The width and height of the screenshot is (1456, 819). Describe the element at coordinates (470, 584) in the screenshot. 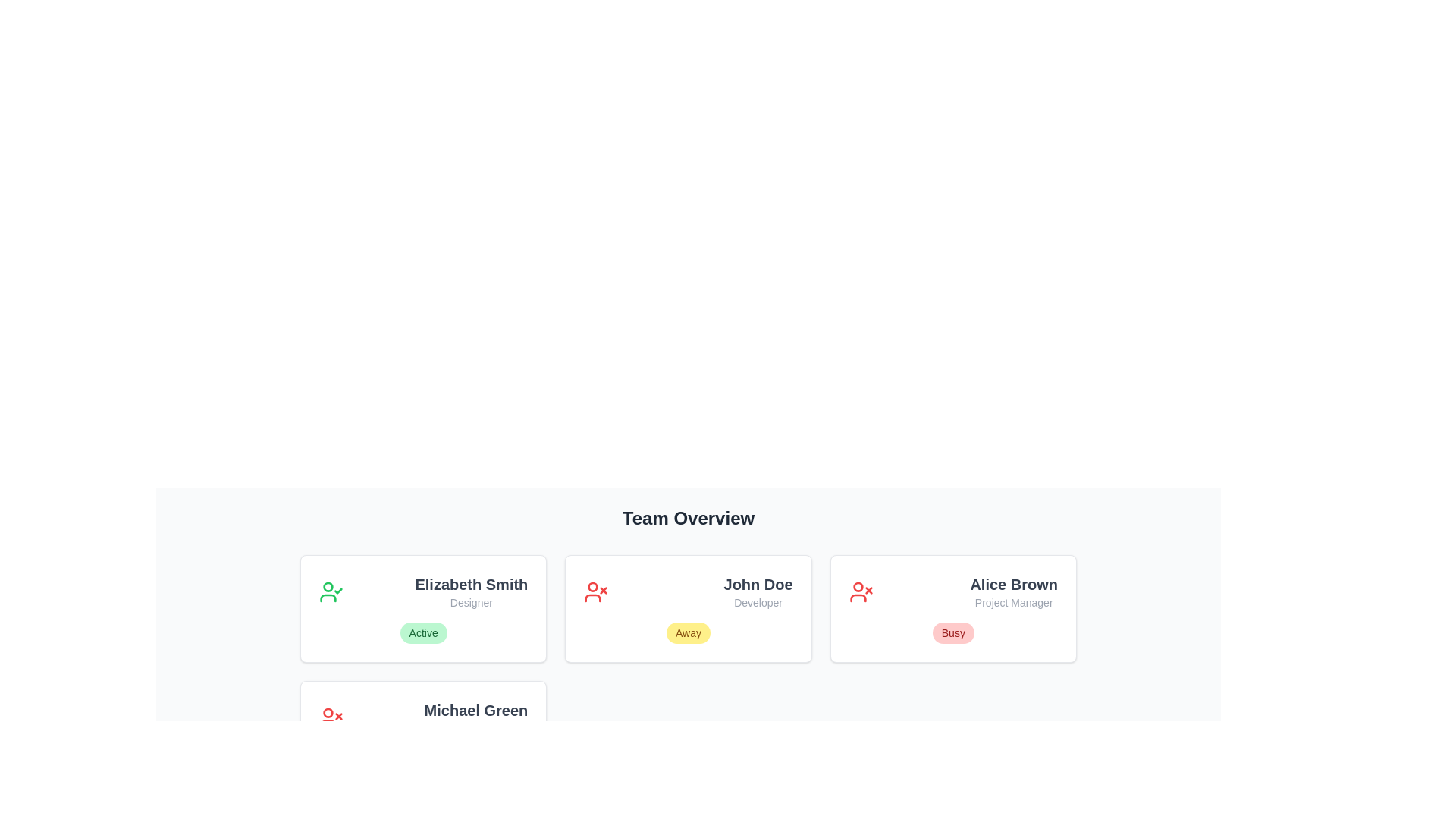

I see `the text label that identifies the name of an individual associated with the card's content, located in the top-left section of a row of similar cards, above the 'Designer' text` at that location.